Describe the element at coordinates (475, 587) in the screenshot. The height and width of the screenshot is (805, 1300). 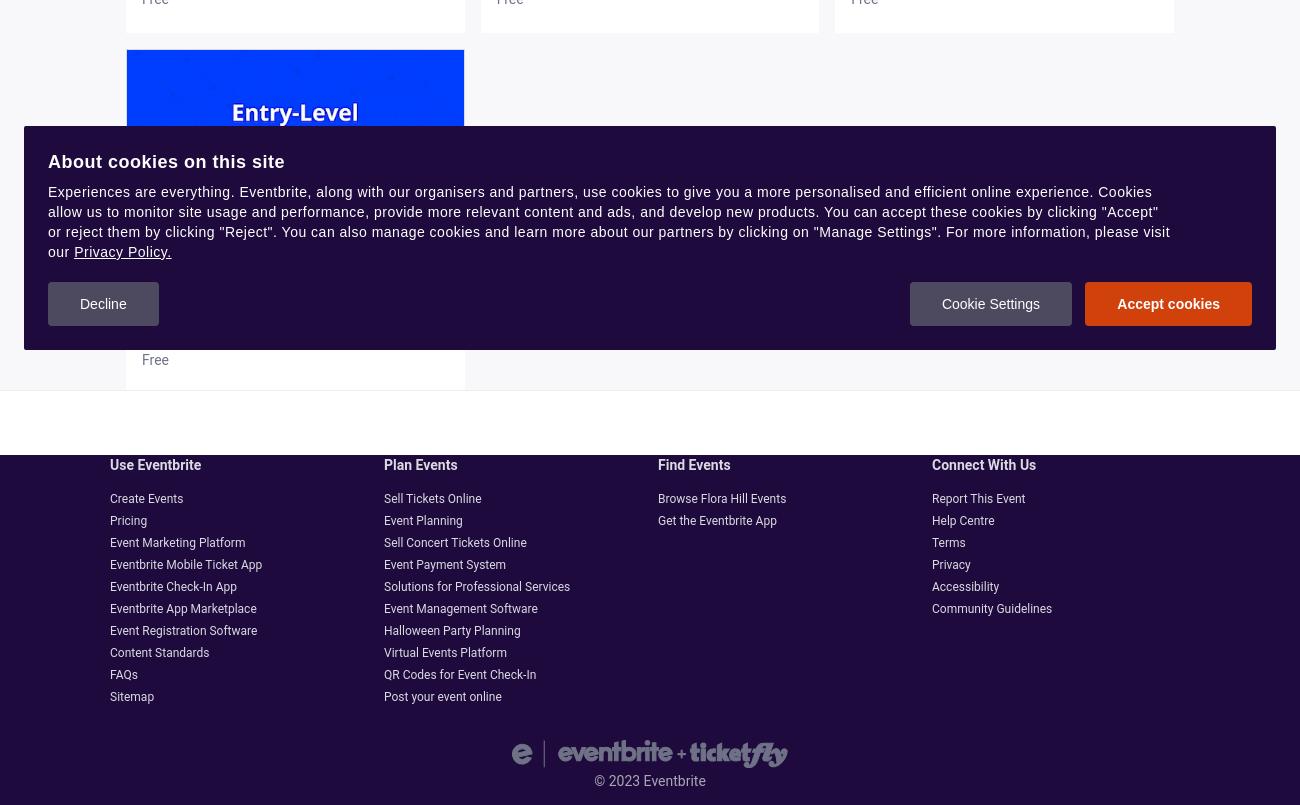
I see `'Solutions for Professional Services'` at that location.